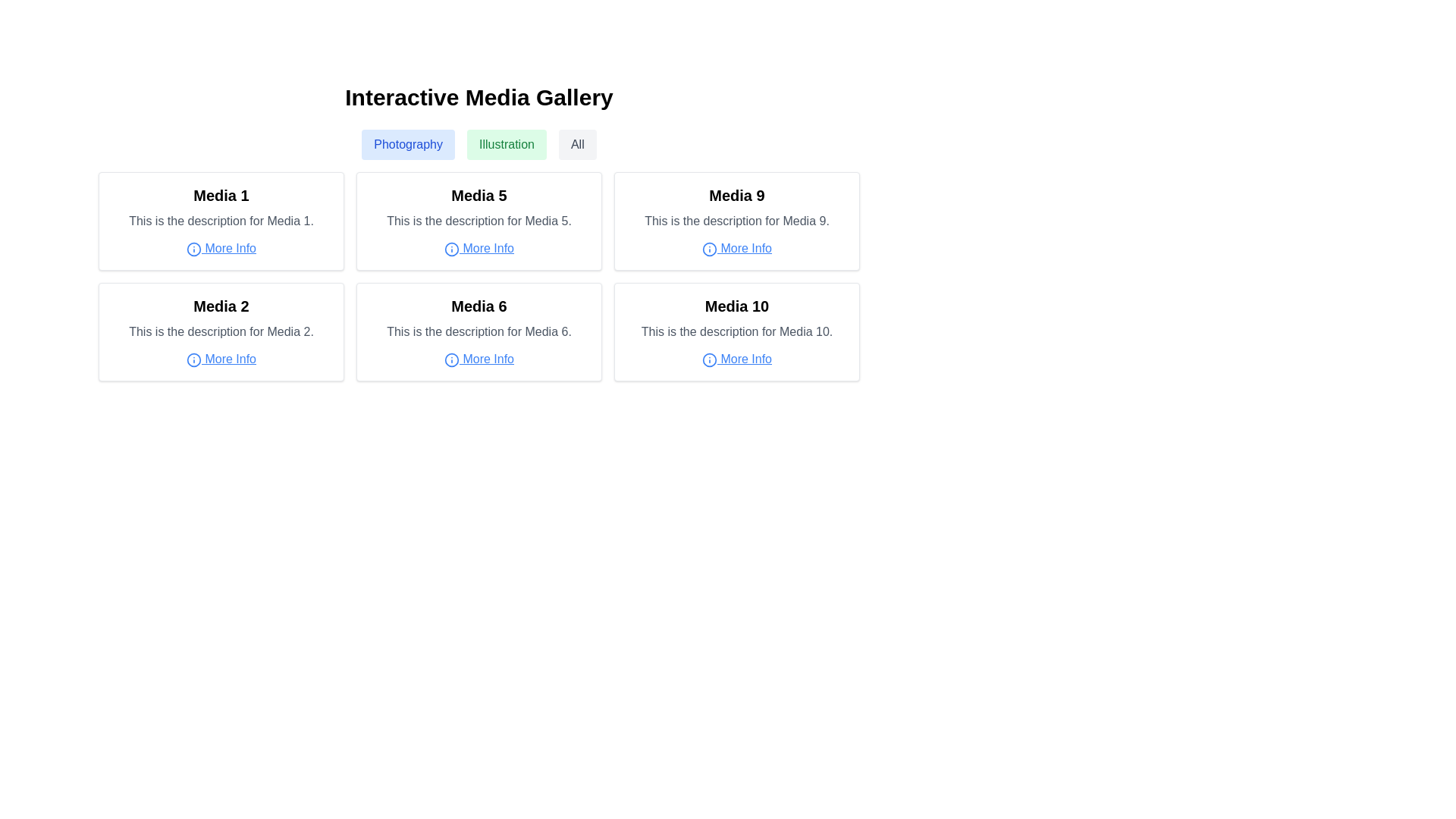 Image resolution: width=1456 pixels, height=819 pixels. What do you see at coordinates (736, 221) in the screenshot?
I see `the 'More Info' link at the bottom of the Content card titled 'Media 9'` at bounding box center [736, 221].